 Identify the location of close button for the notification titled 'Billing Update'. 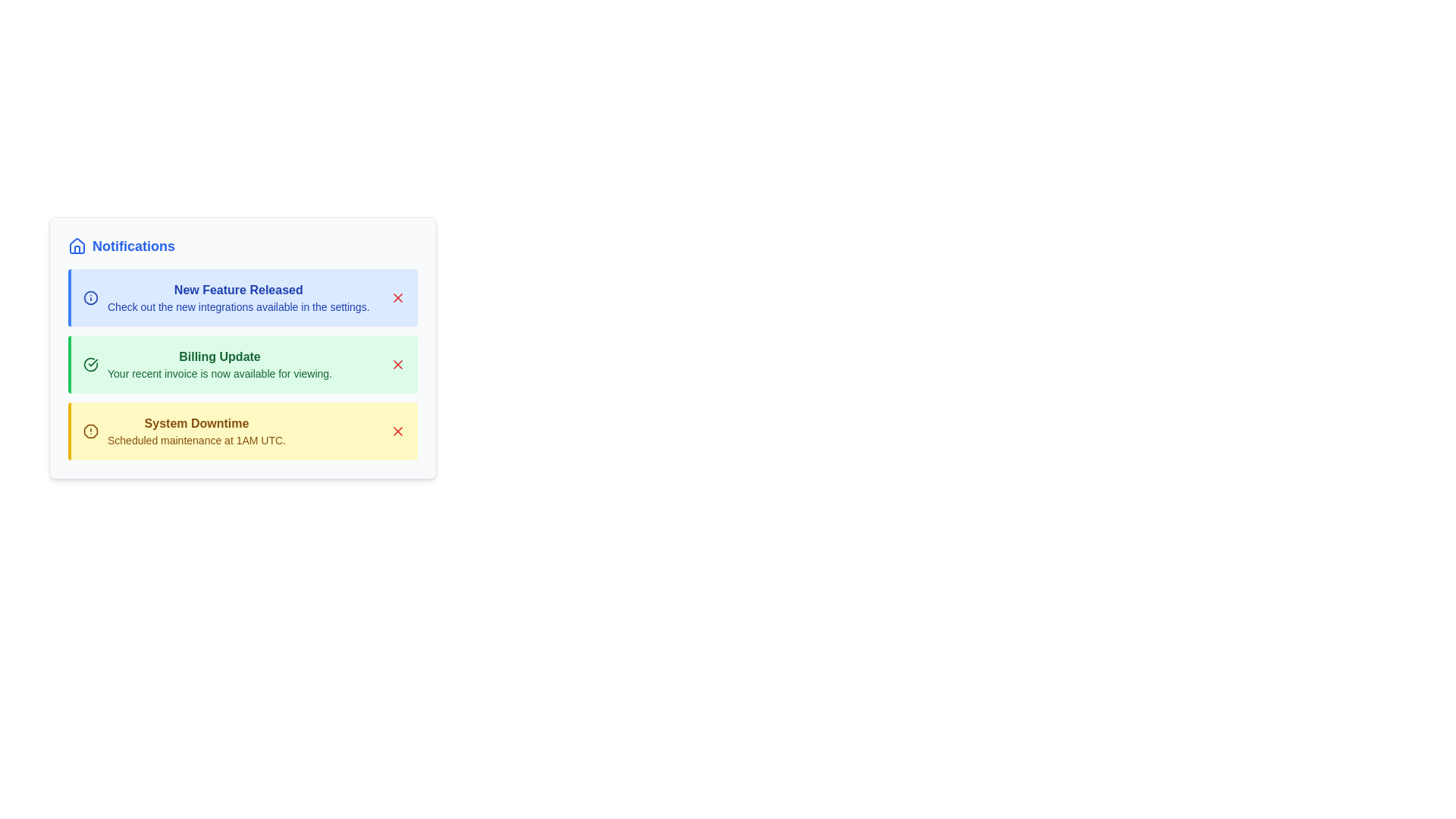
(397, 365).